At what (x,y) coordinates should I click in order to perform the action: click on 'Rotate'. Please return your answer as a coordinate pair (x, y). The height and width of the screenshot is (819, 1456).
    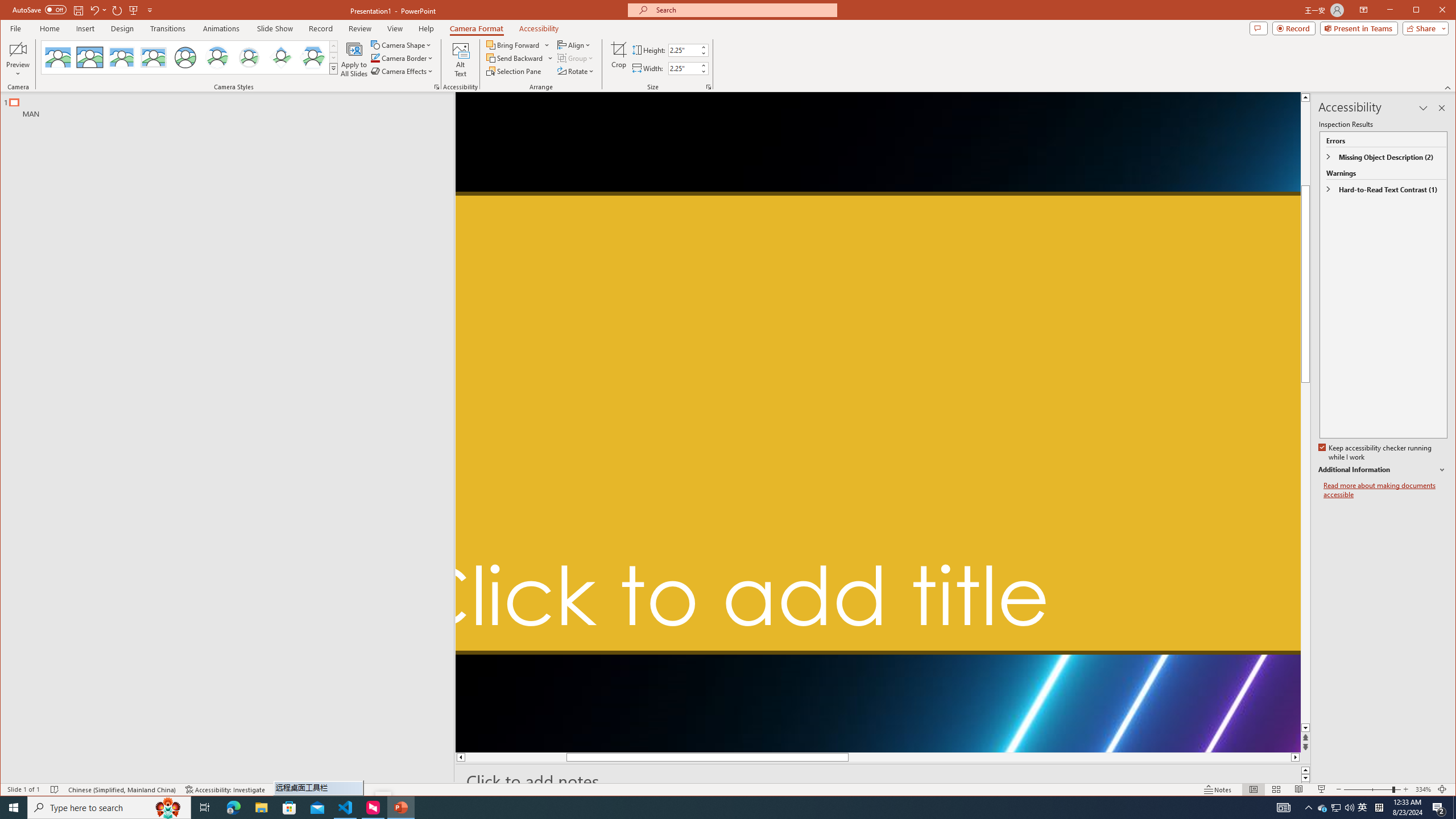
    Looking at the image, I should click on (577, 71).